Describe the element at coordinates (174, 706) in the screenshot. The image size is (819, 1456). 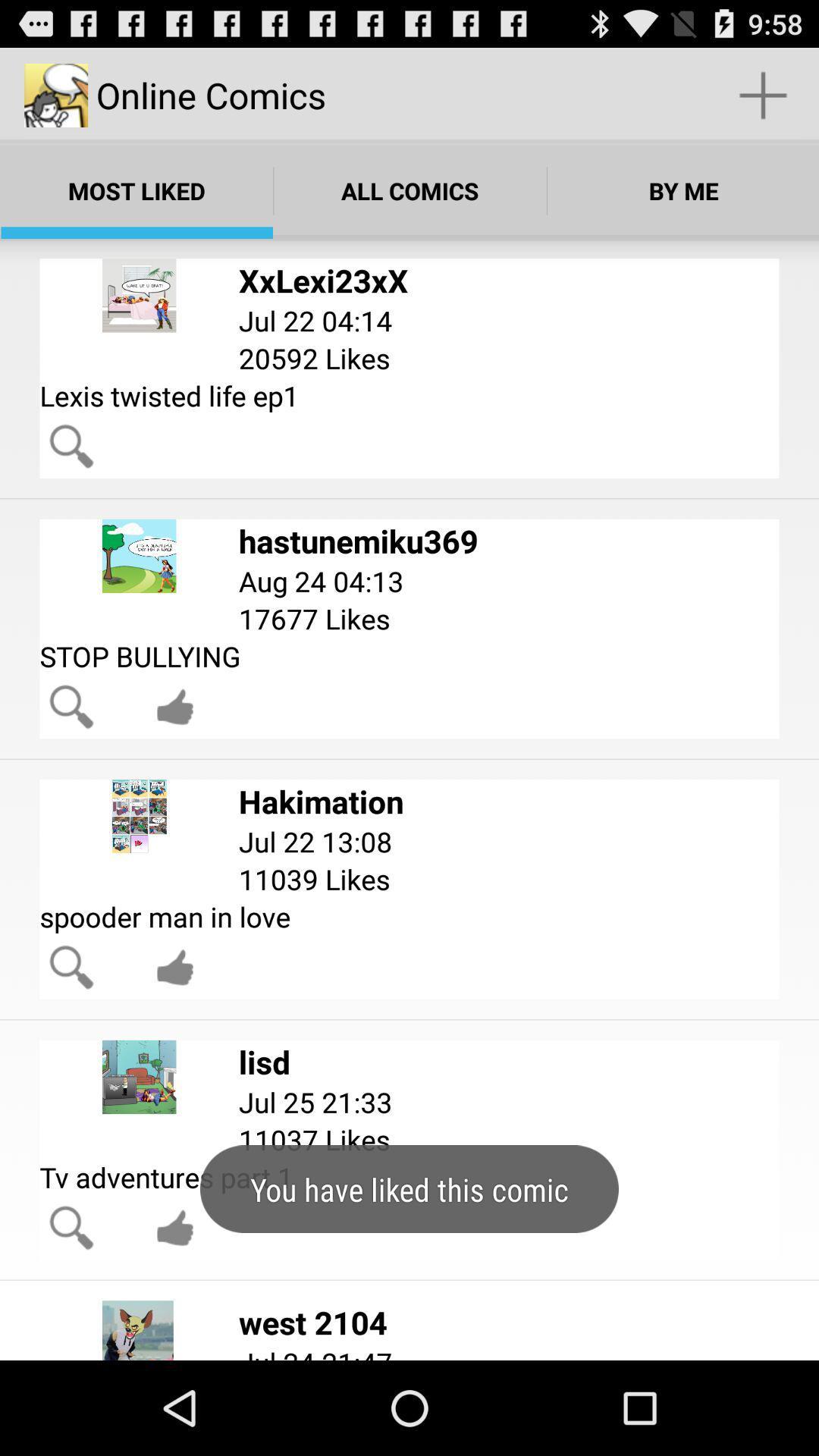
I see `a like button` at that location.